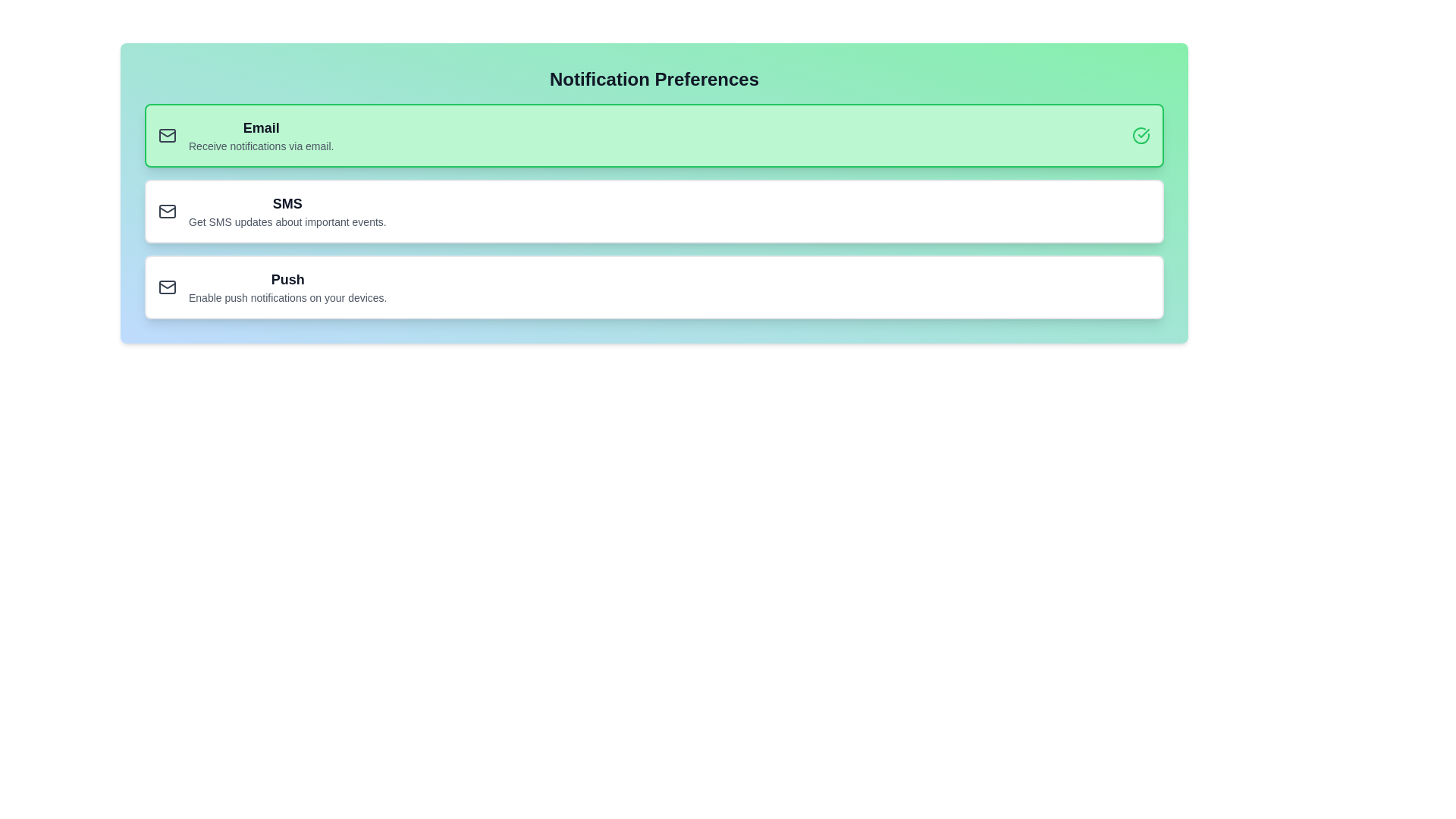 This screenshot has height=819, width=1456. What do you see at coordinates (261, 146) in the screenshot?
I see `text from the small gray text label that says 'Receive notifications via email.', located below the bold 'Email' title within the green section for email notification preferences` at bounding box center [261, 146].